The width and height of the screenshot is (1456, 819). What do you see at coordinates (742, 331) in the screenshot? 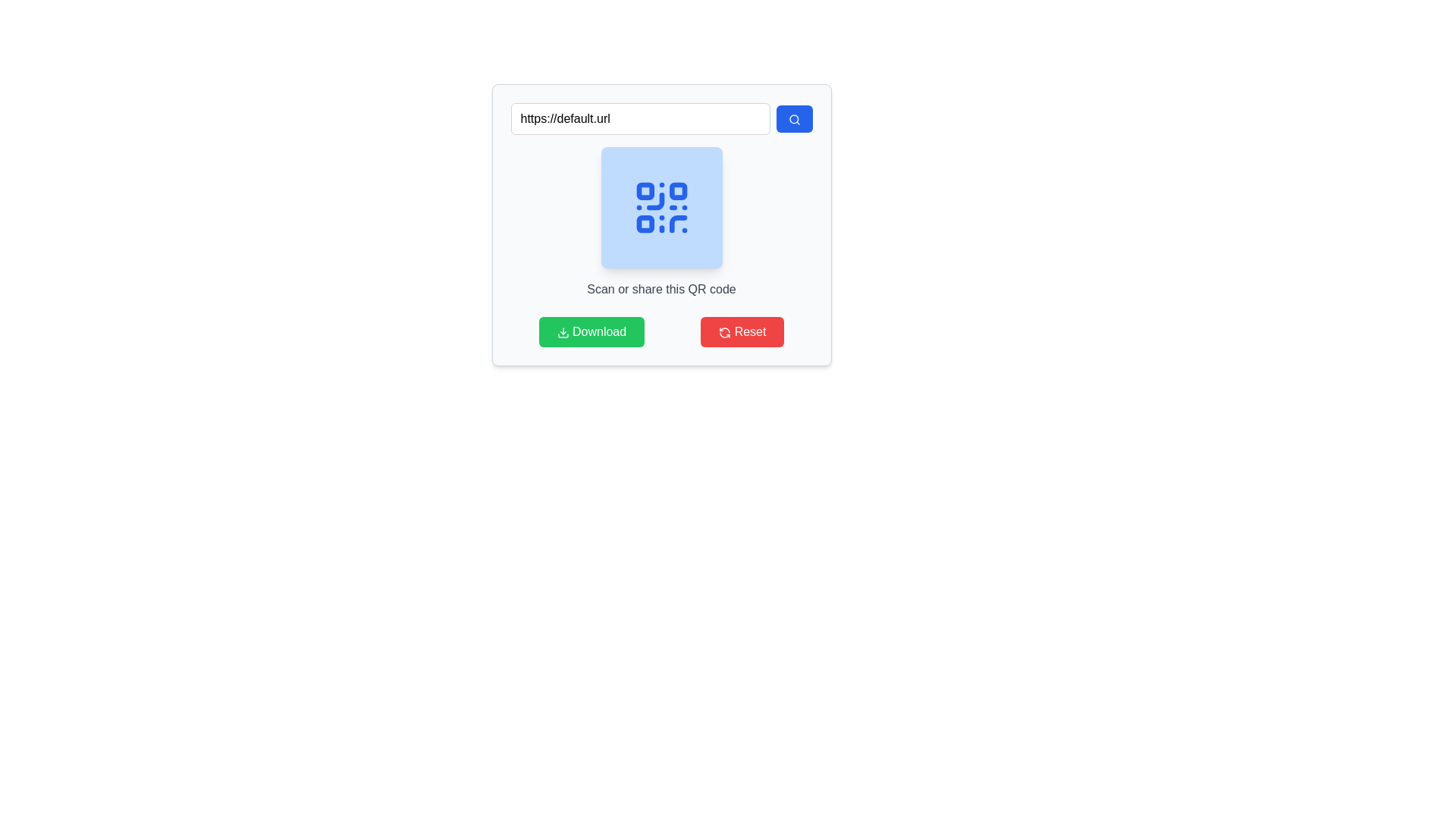
I see `the 'Reset' button with a red background, white text, and rounded corners` at bounding box center [742, 331].